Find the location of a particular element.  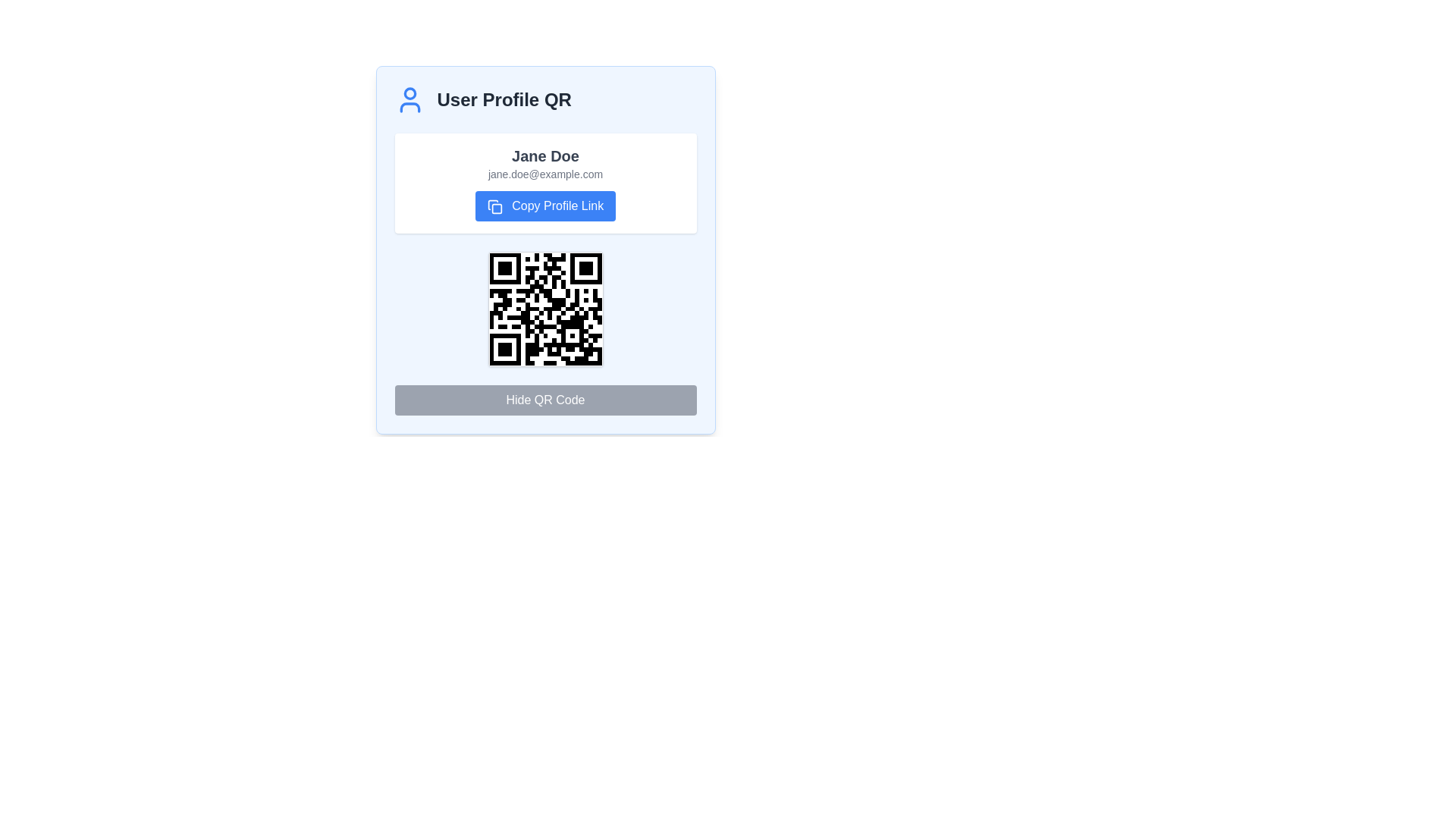

the small rectangular SVG element with rounded corners located within the 'Copy Profile Link' button, positioned in the top-left area of the button is located at coordinates (497, 209).